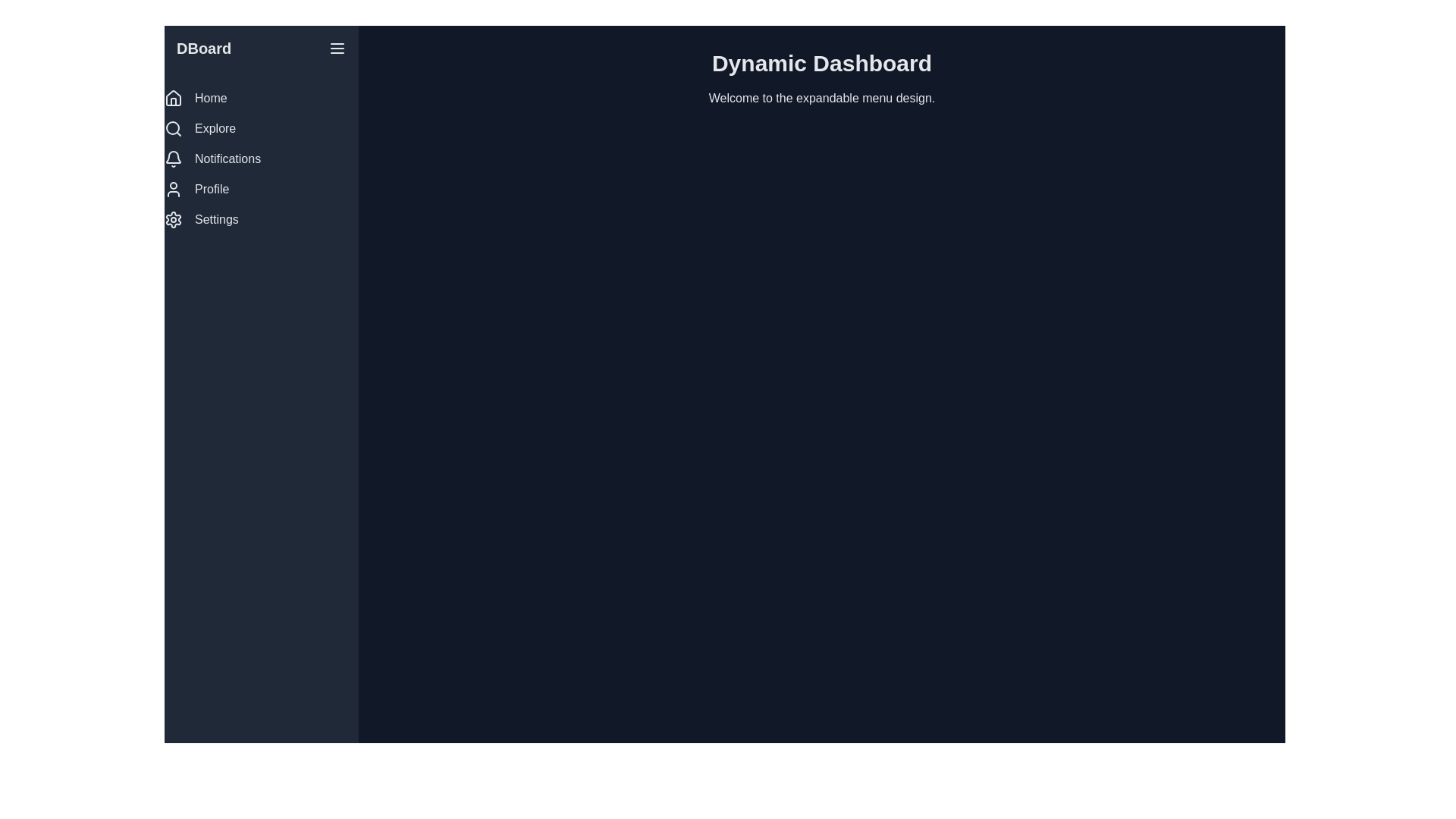 The height and width of the screenshot is (819, 1456). I want to click on the settings button icon located at the left side of the interface, next to the 'Settings' label in the sidebar menu, so click(174, 219).